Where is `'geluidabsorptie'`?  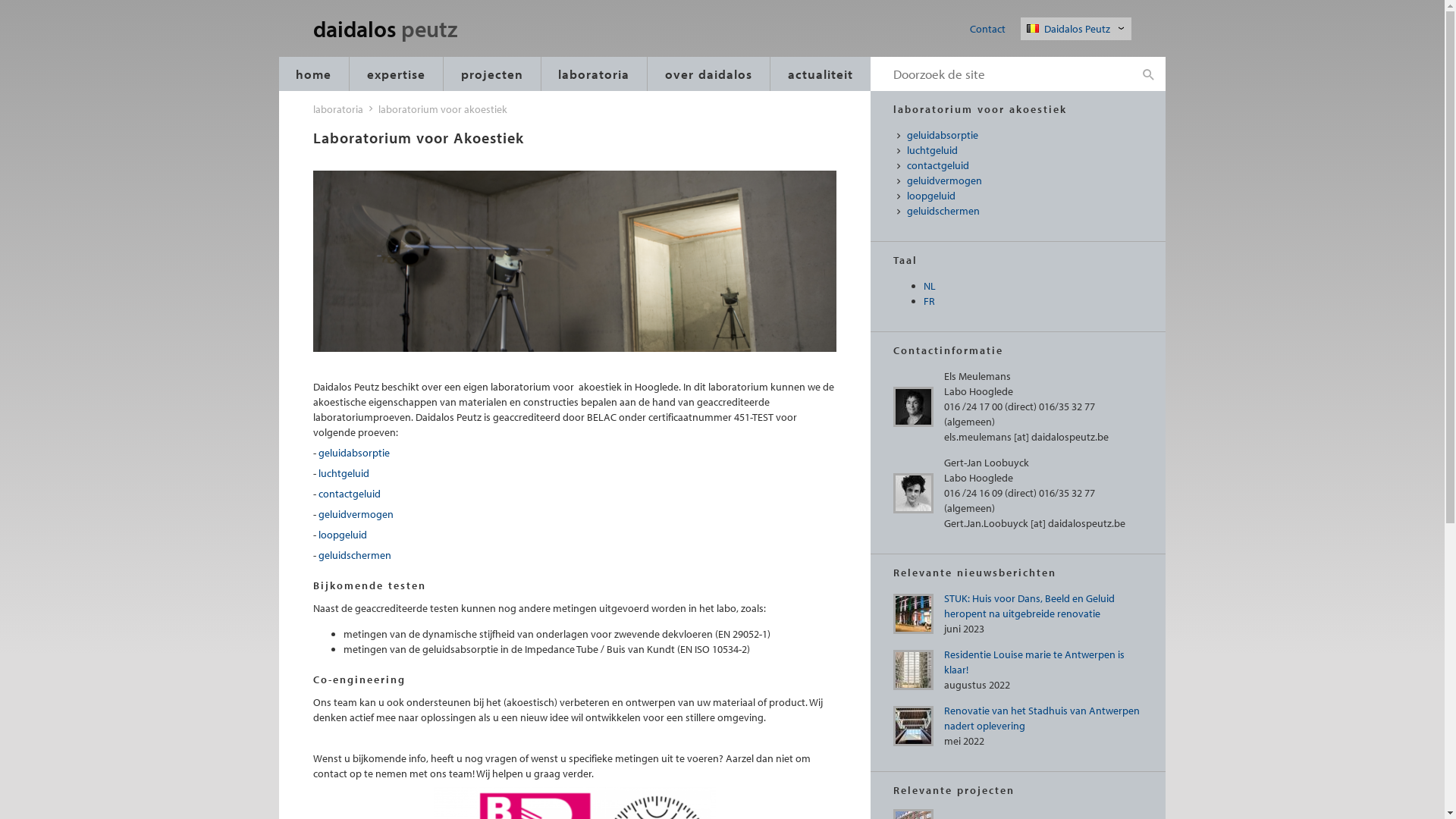 'geluidabsorptie' is located at coordinates (1025, 134).